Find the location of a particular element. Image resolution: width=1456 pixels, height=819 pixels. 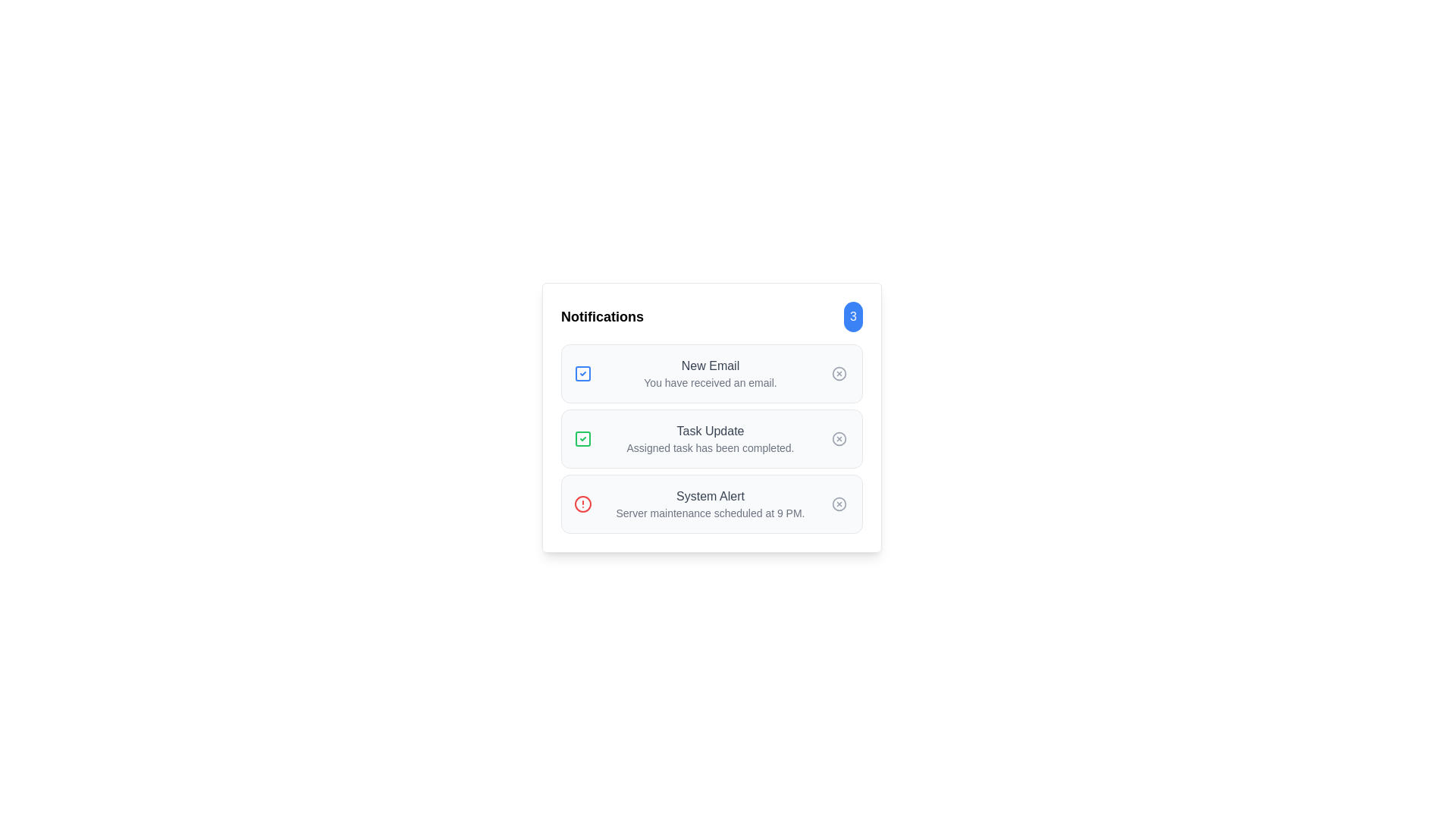

text label titled 'New Email' located in the upper section of the notification card within the Notifications panel is located at coordinates (709, 366).